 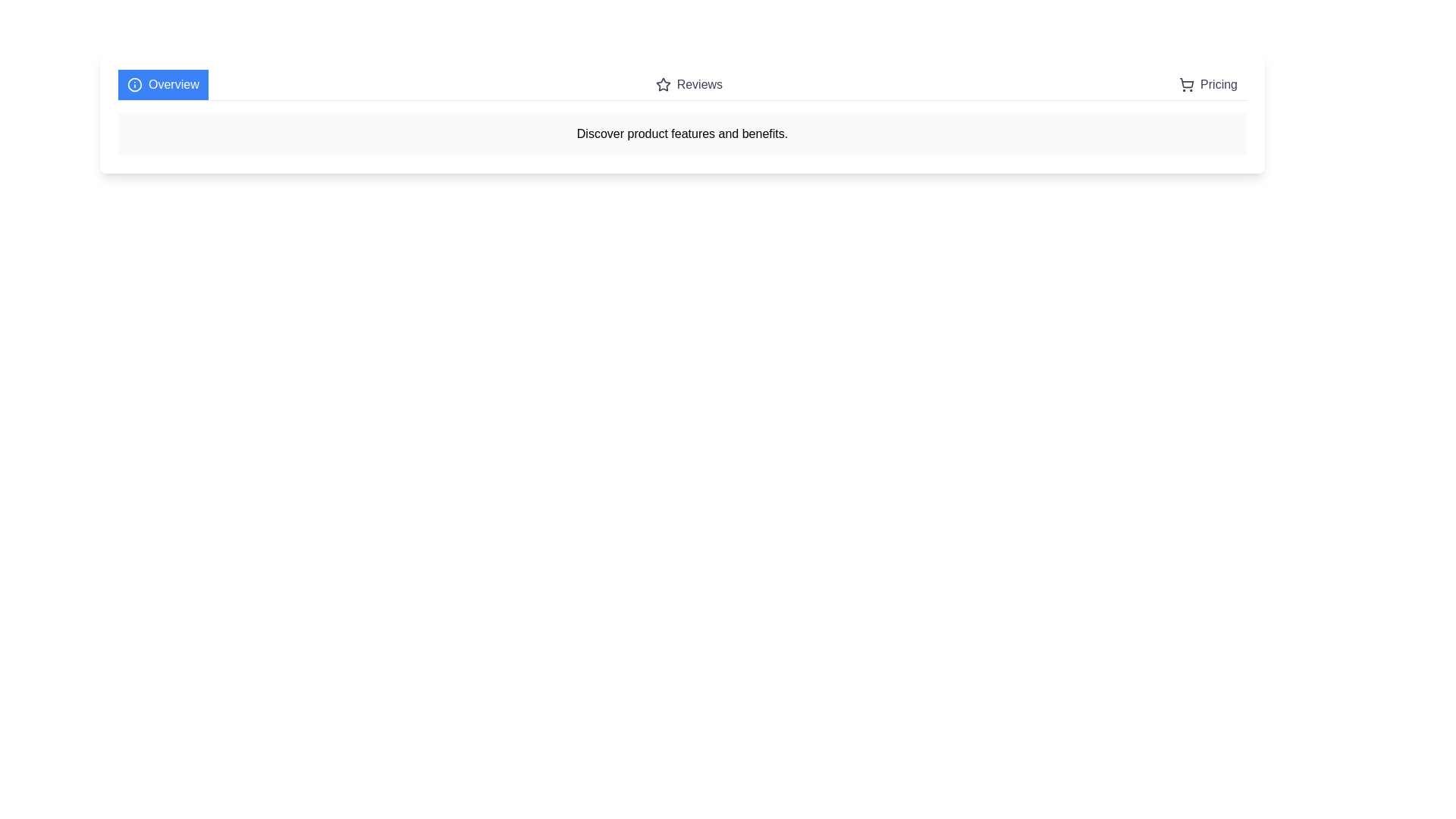 I want to click on the Reviews tab by clicking on its button, so click(x=688, y=84).